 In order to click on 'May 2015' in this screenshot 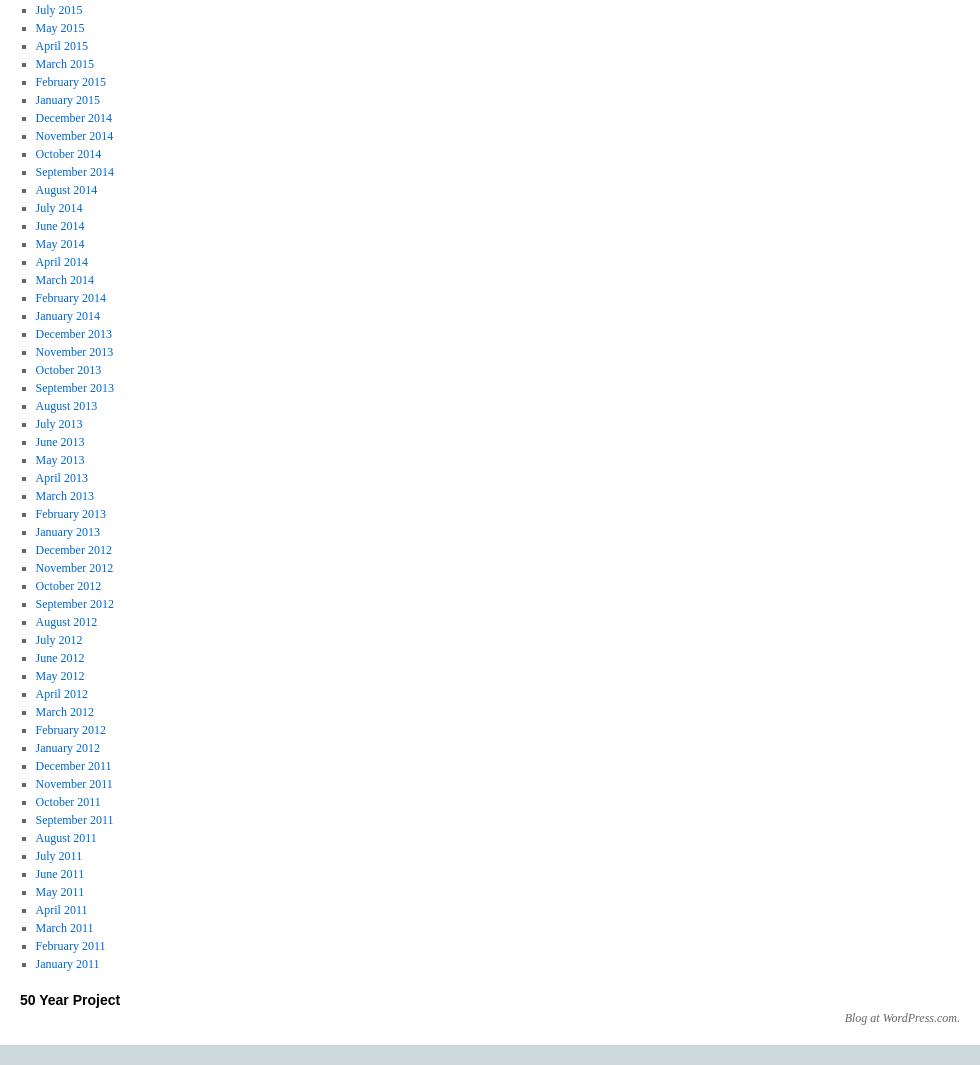, I will do `click(59, 27)`.